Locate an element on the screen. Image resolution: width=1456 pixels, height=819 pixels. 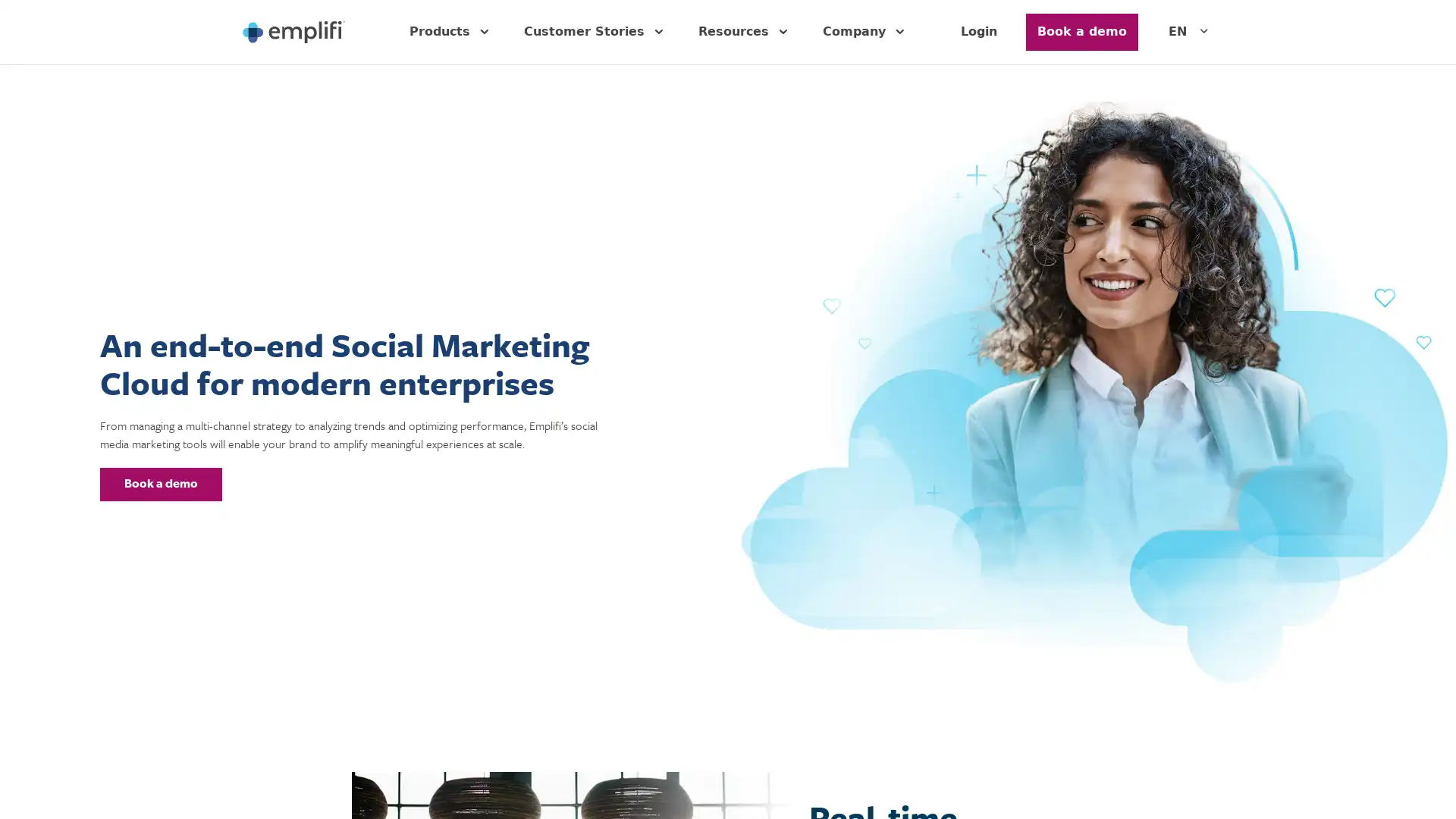
Company is located at coordinates (866, 32).